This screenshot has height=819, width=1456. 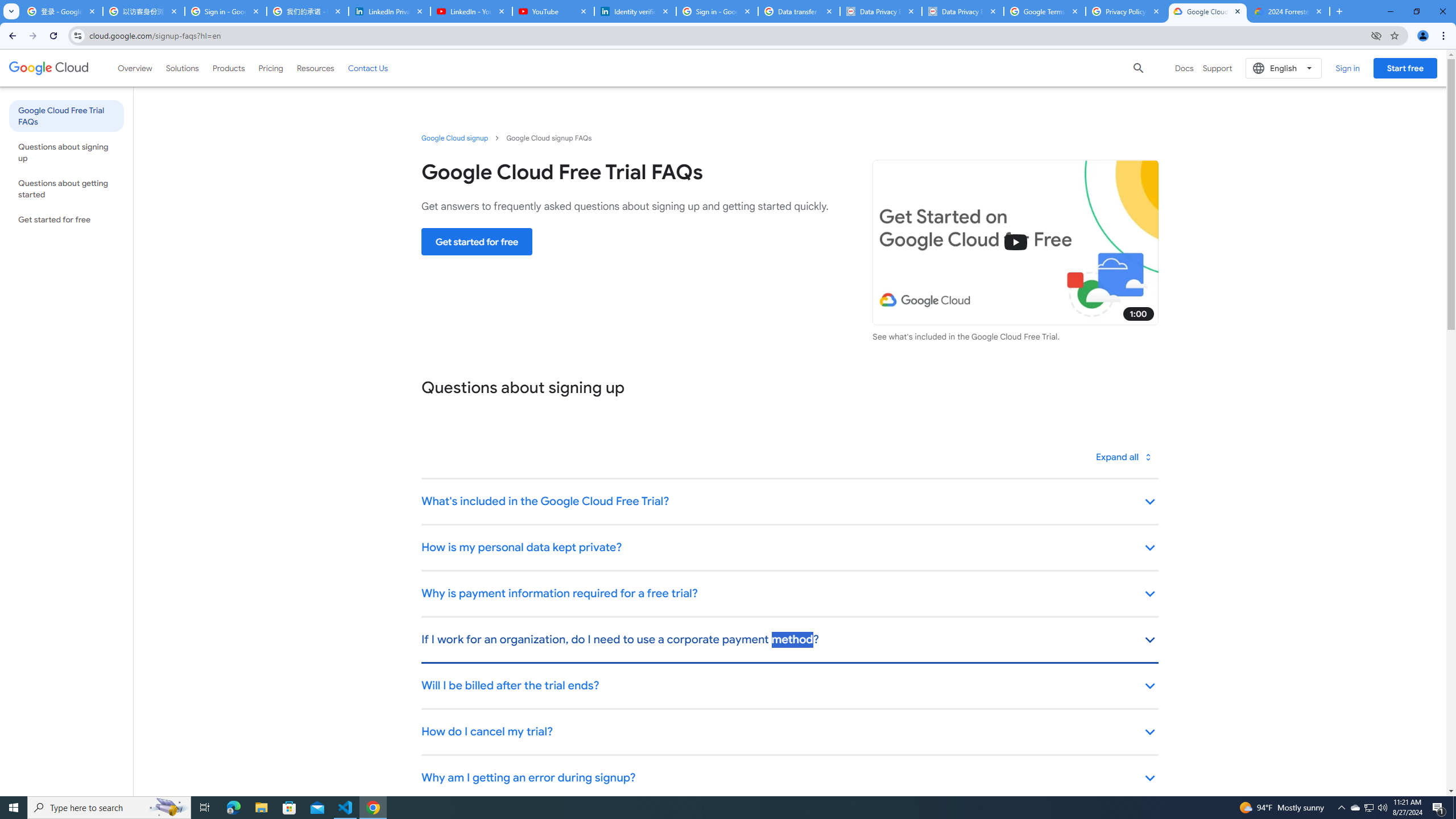 I want to click on 'Support', so click(x=1217, y=67).